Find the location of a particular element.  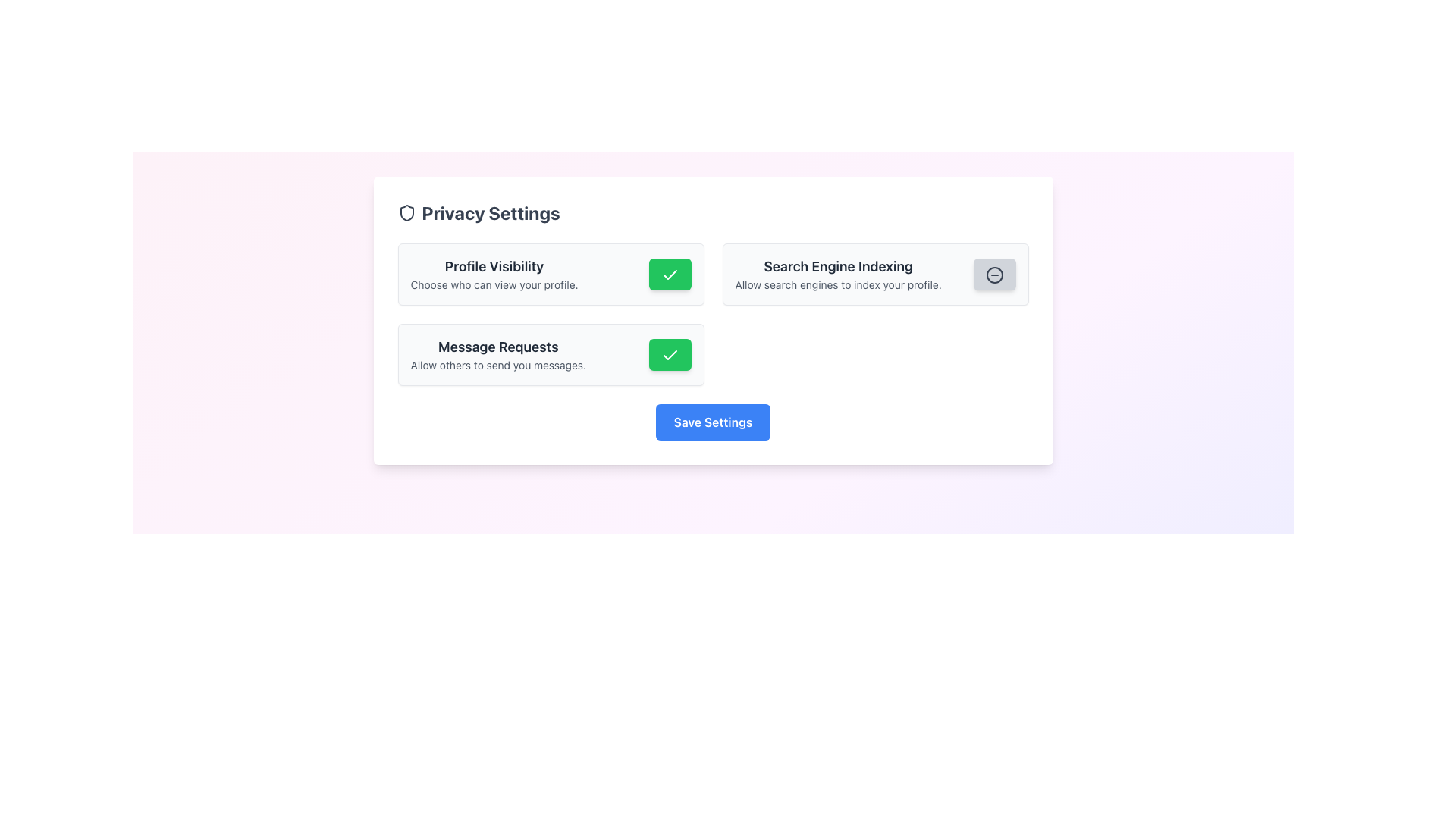

the save button located at the bottom center of the 'Privacy Settings' panel is located at coordinates (712, 422).